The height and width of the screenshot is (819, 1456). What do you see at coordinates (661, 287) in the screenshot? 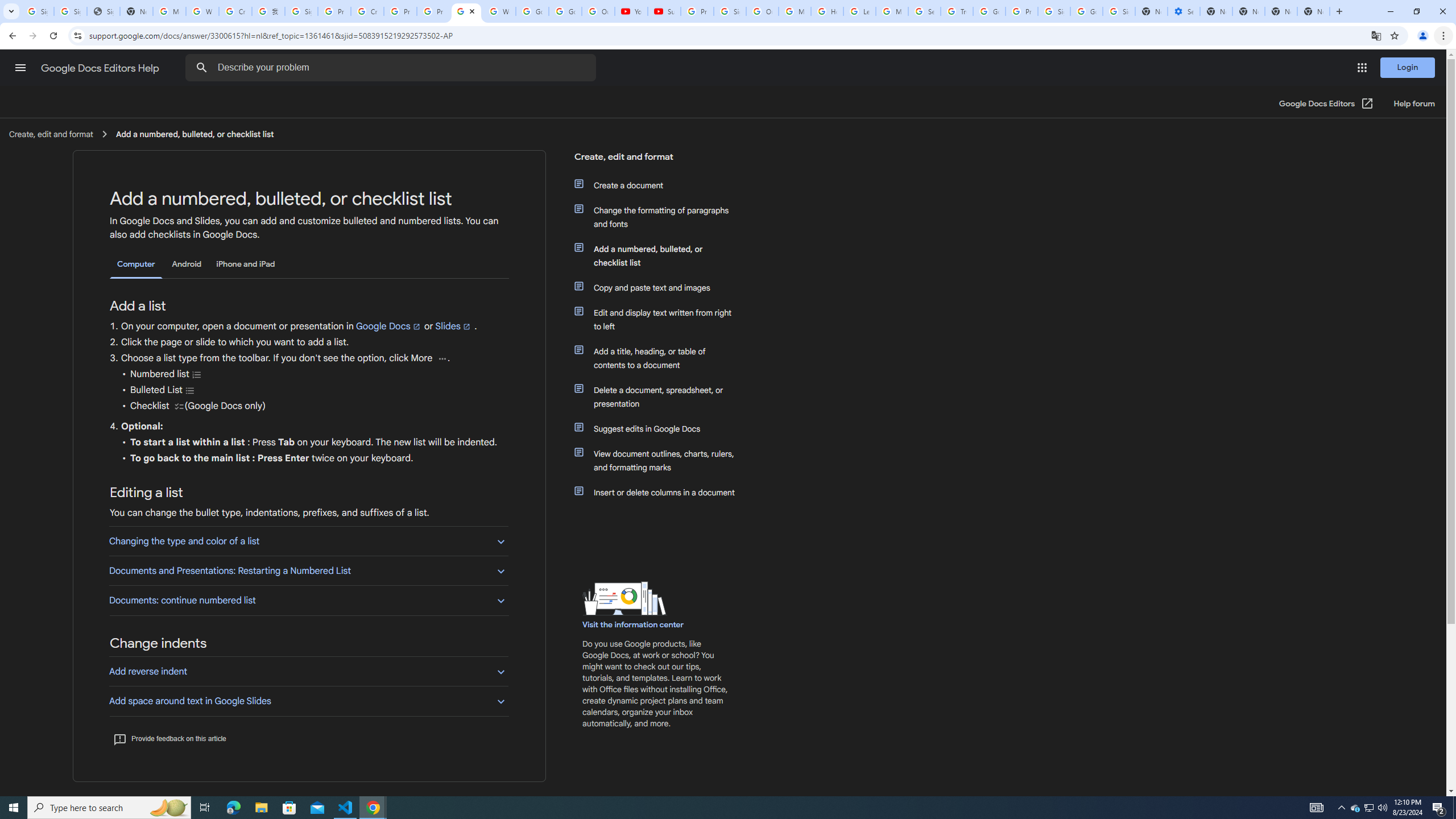
I see `'Copy and paste text and images'` at bounding box center [661, 287].